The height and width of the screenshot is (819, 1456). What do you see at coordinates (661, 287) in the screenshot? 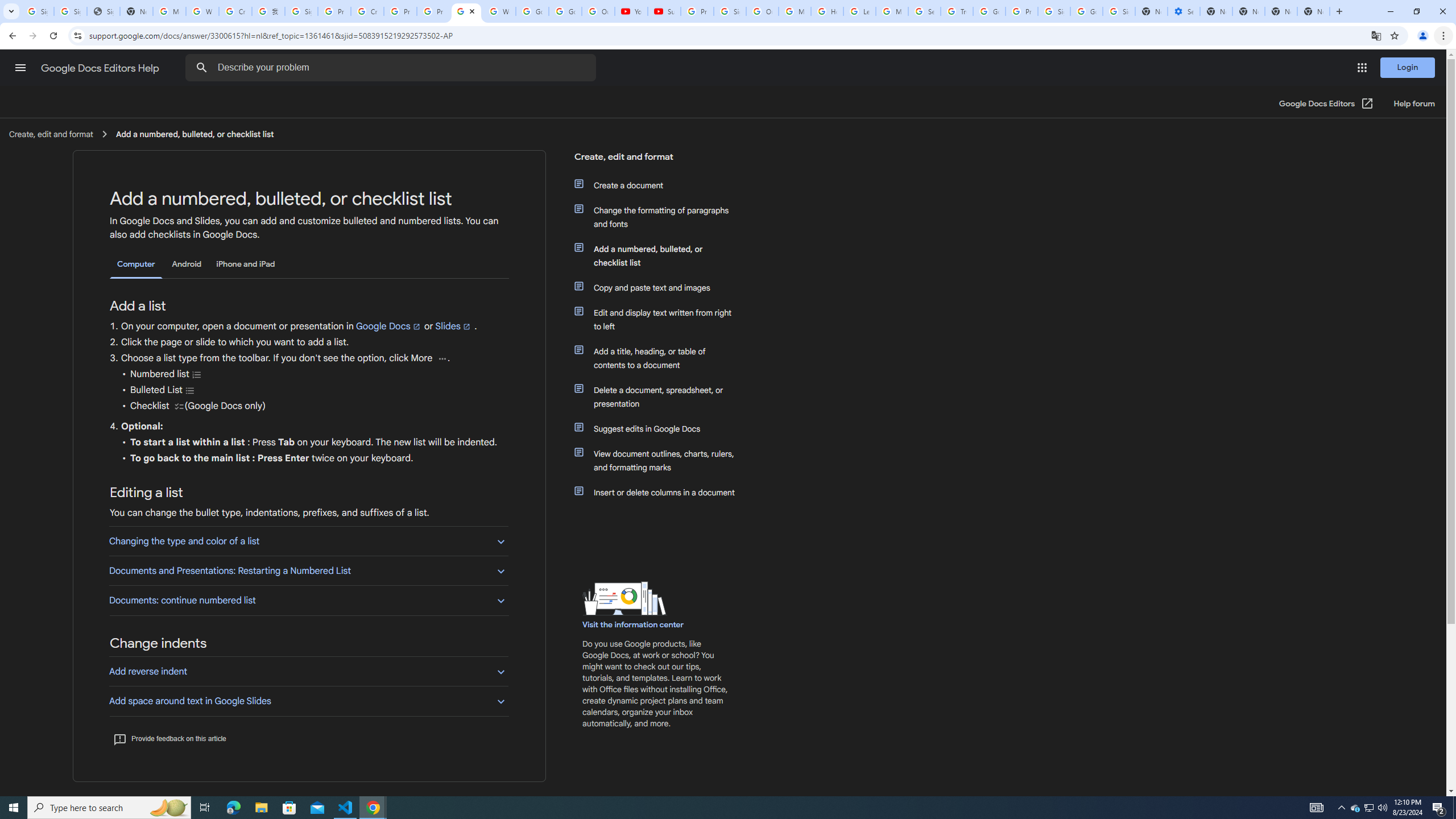
I see `'Copy and paste text and images'` at bounding box center [661, 287].